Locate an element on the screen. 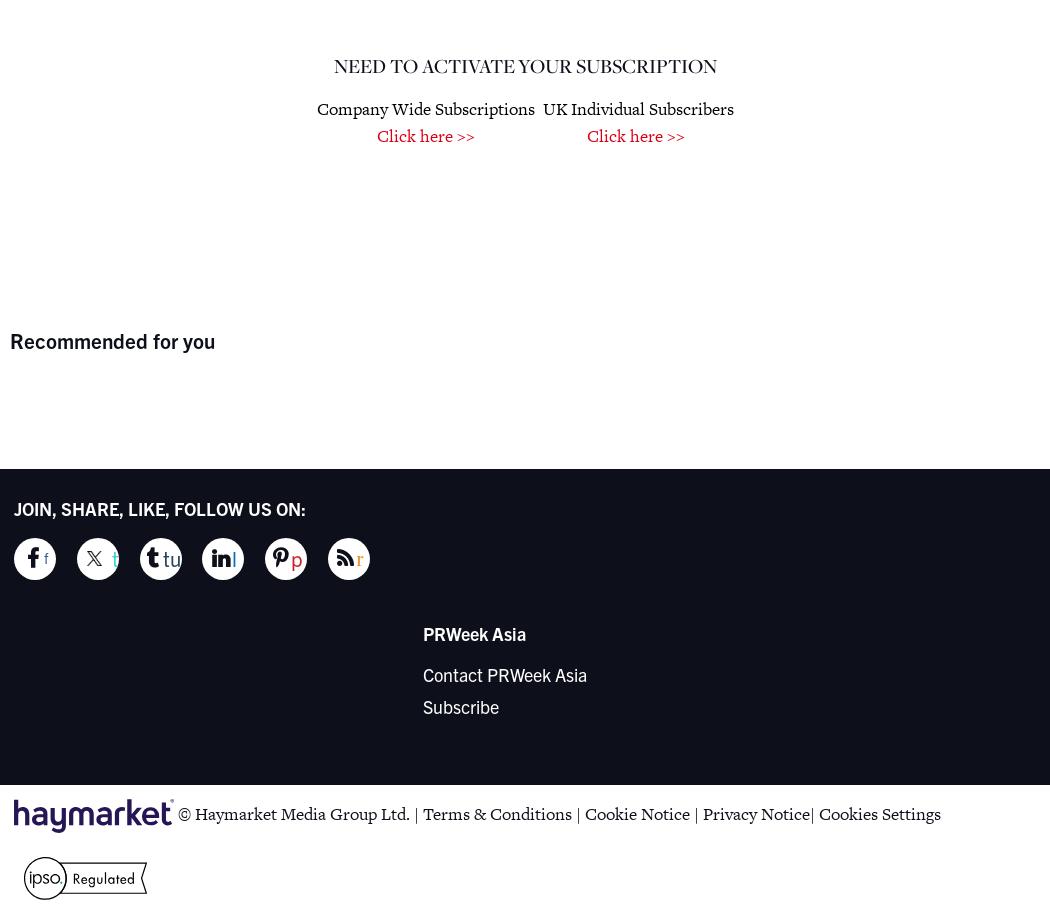 Image resolution: width=1050 pixels, height=909 pixels. 'Need to activate your Subscription' is located at coordinates (523, 64).